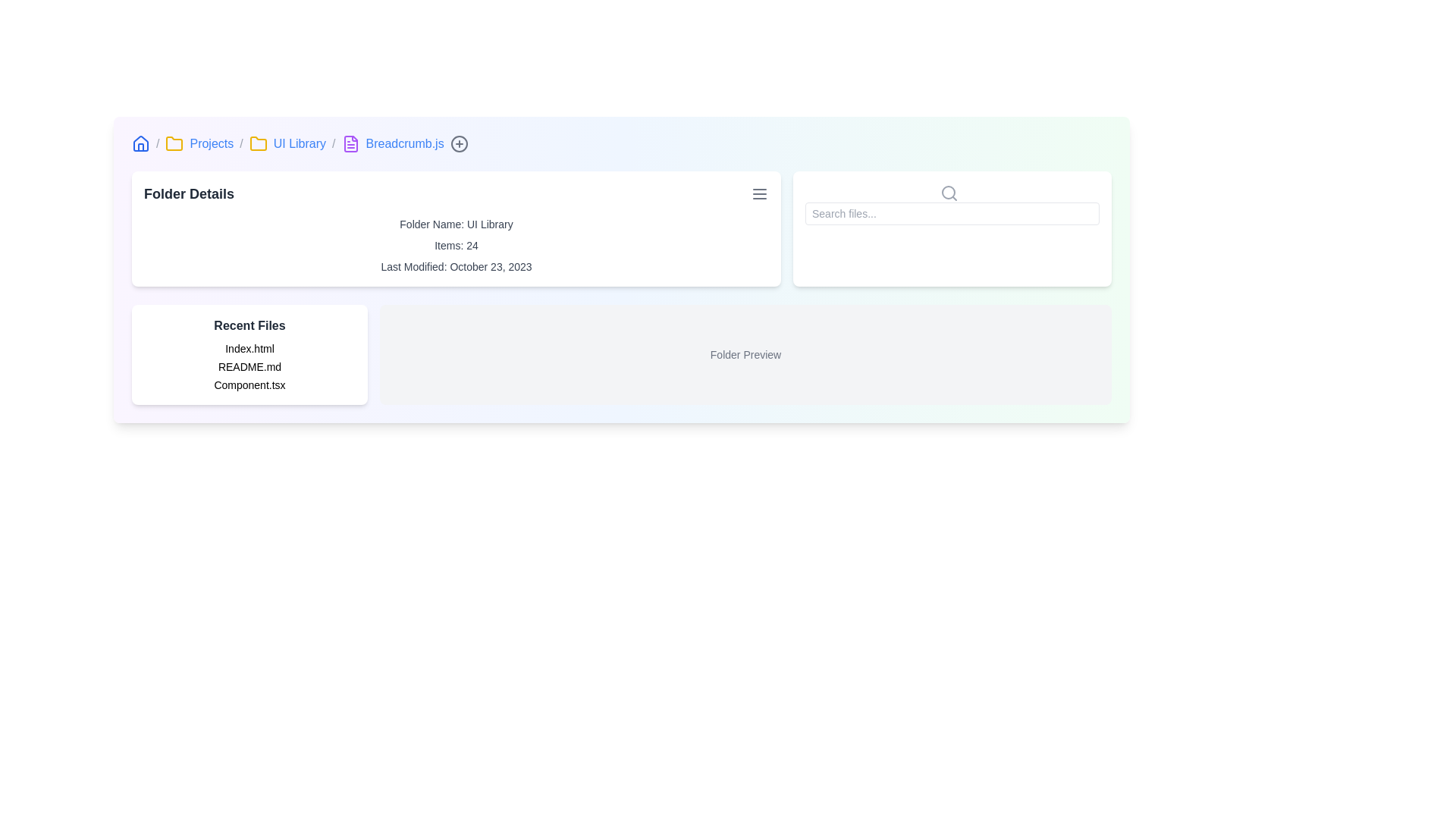  What do you see at coordinates (948, 191) in the screenshot?
I see `the circular icon element that is part of the search icon in the SVG graphic, located slightly to the right of the input field` at bounding box center [948, 191].